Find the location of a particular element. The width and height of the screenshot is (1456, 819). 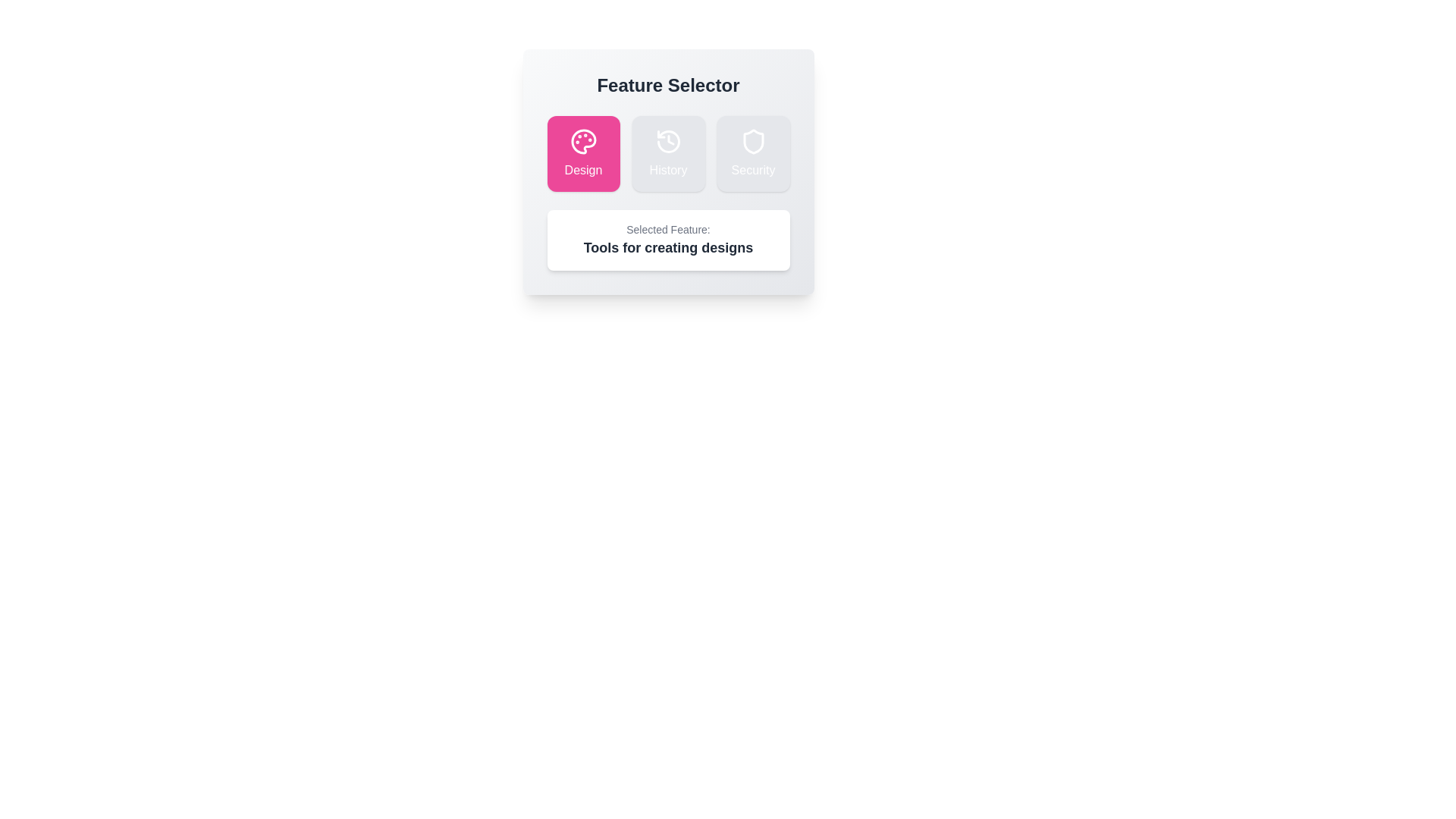

the History button is located at coordinates (667, 154).